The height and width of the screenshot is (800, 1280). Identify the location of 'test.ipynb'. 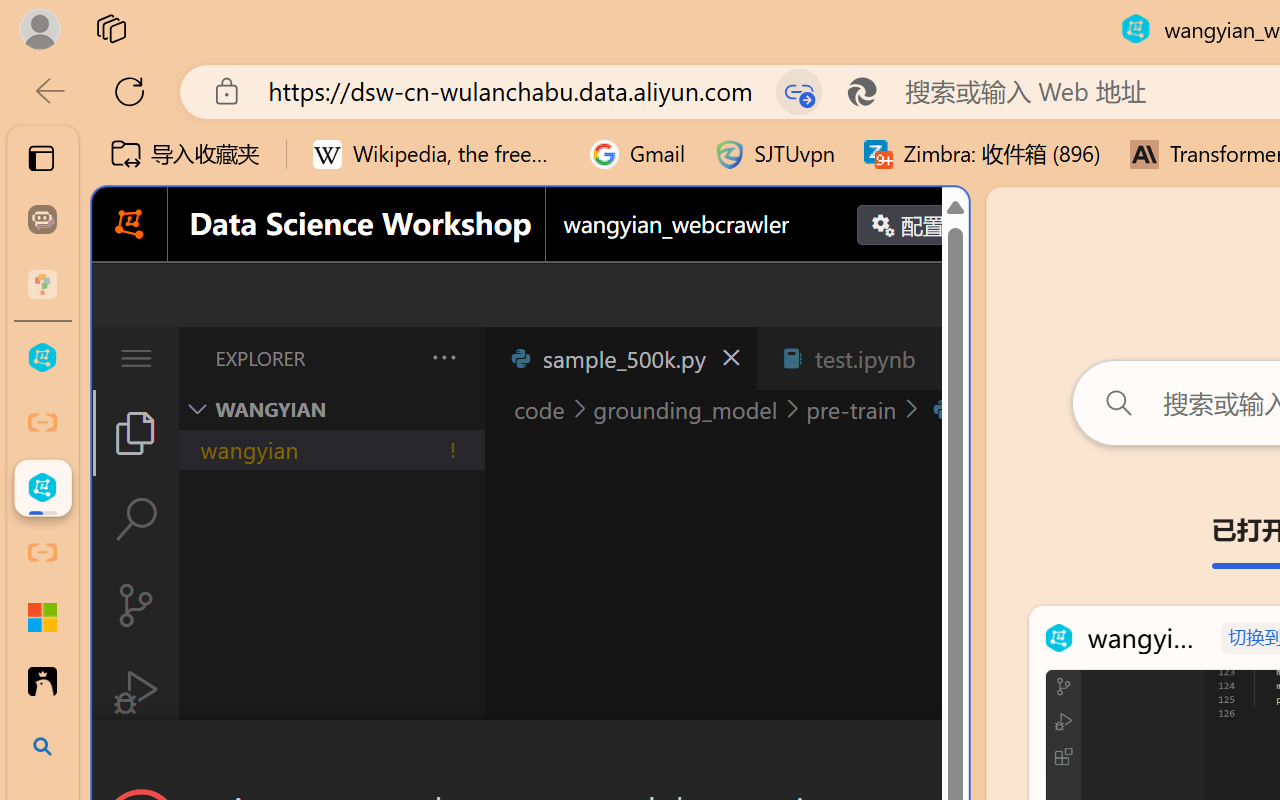
(864, 358).